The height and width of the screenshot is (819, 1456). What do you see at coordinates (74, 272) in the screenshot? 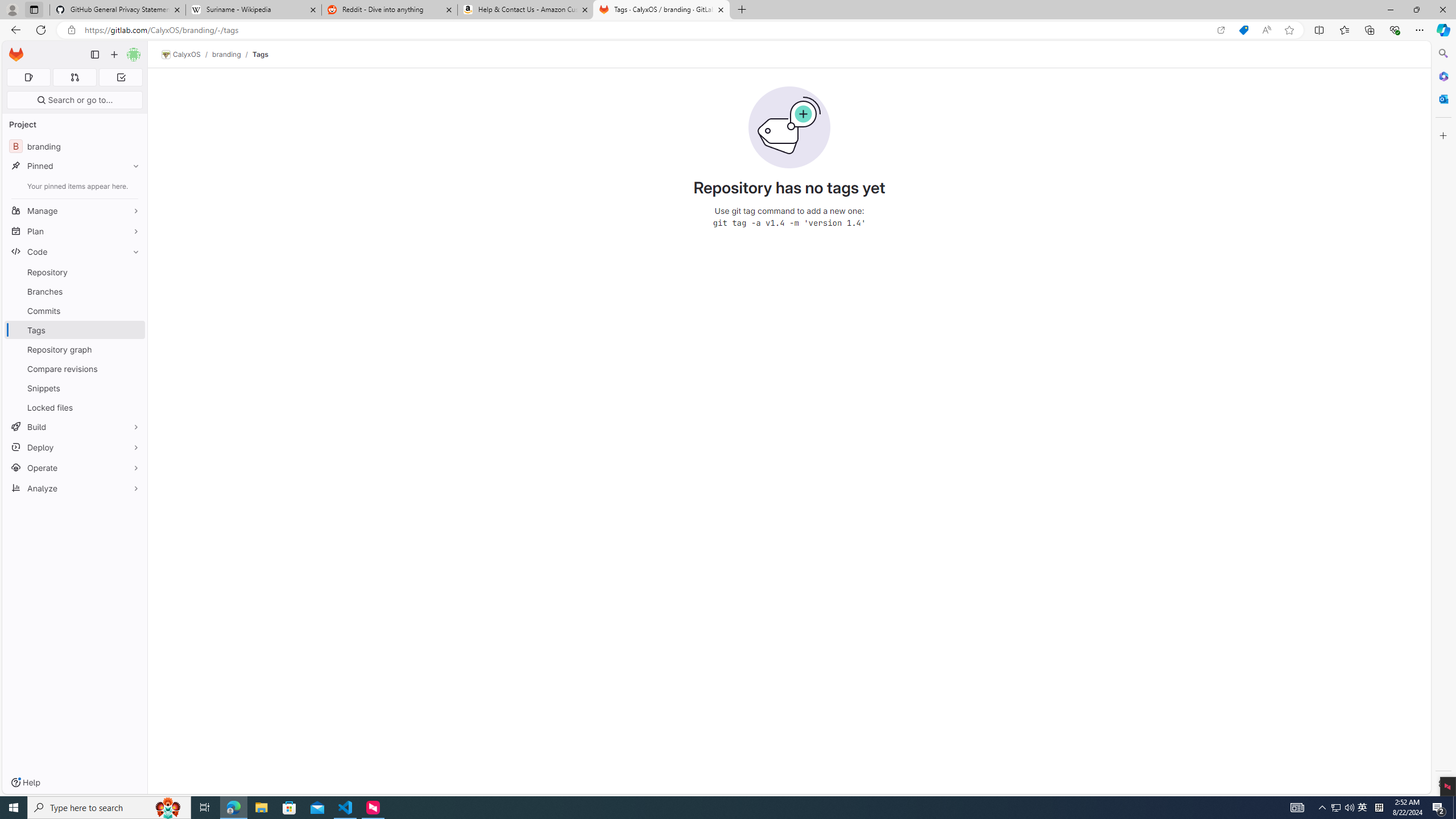
I see `'Repository'` at bounding box center [74, 272].